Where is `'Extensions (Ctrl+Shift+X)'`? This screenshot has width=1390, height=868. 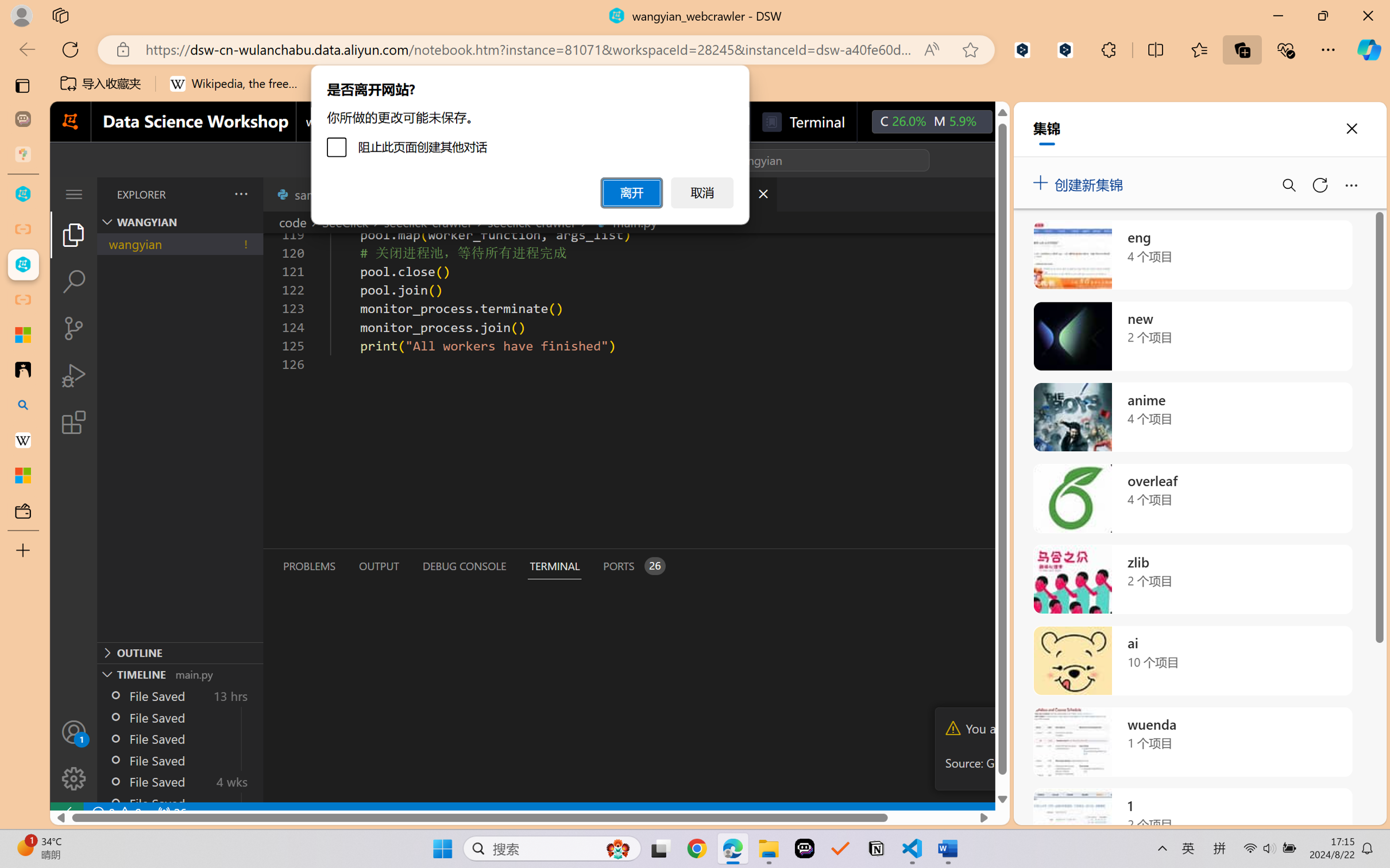
'Extensions (Ctrl+Shift+X)' is located at coordinates (73, 422).